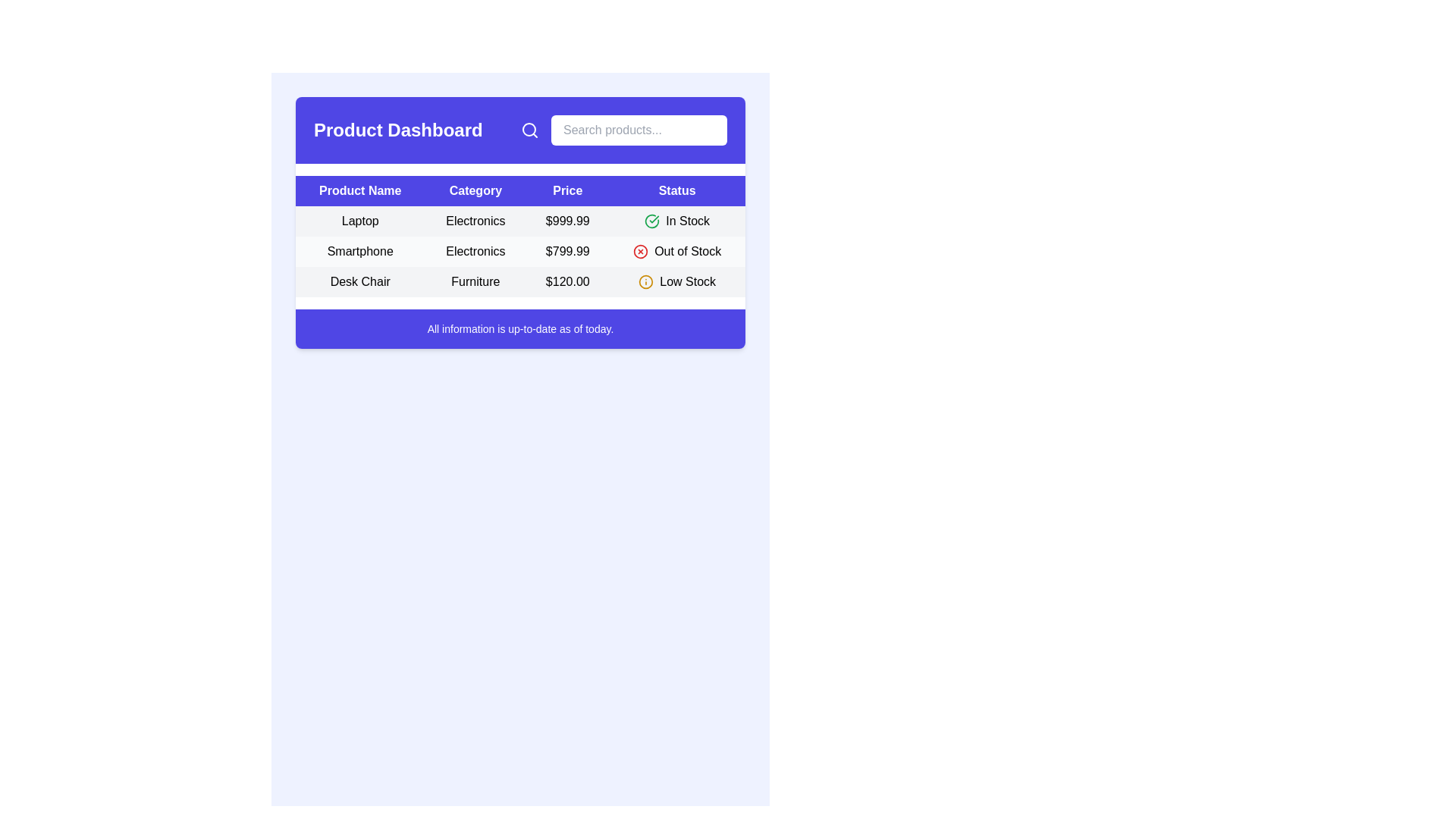 The image size is (1456, 819). I want to click on the Text label indicating the product name, located in the third row of the table under the 'Product Name' column, to assist users in identifying items, so click(359, 281).